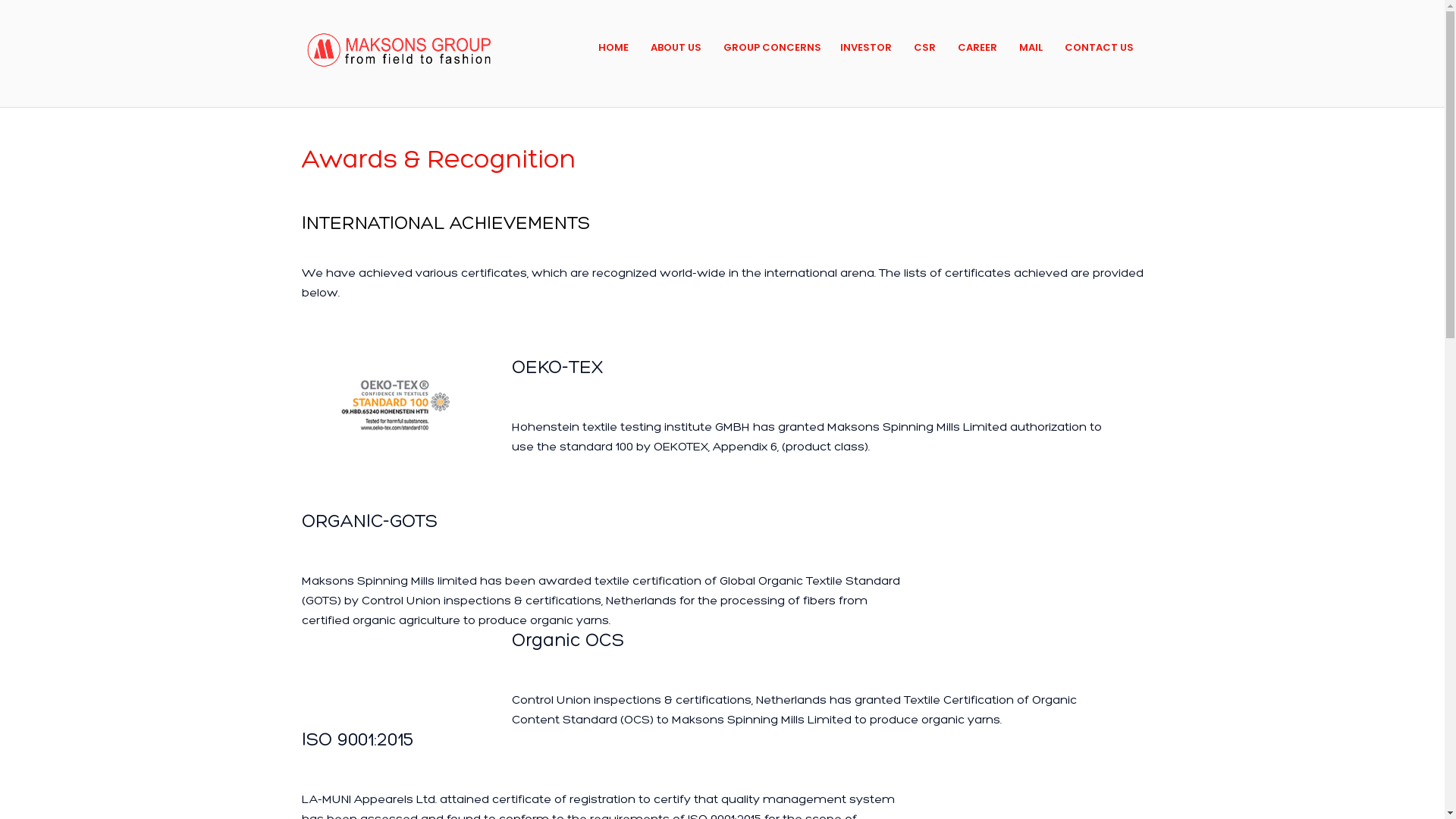  I want to click on 'ABOUT US', so click(675, 46).